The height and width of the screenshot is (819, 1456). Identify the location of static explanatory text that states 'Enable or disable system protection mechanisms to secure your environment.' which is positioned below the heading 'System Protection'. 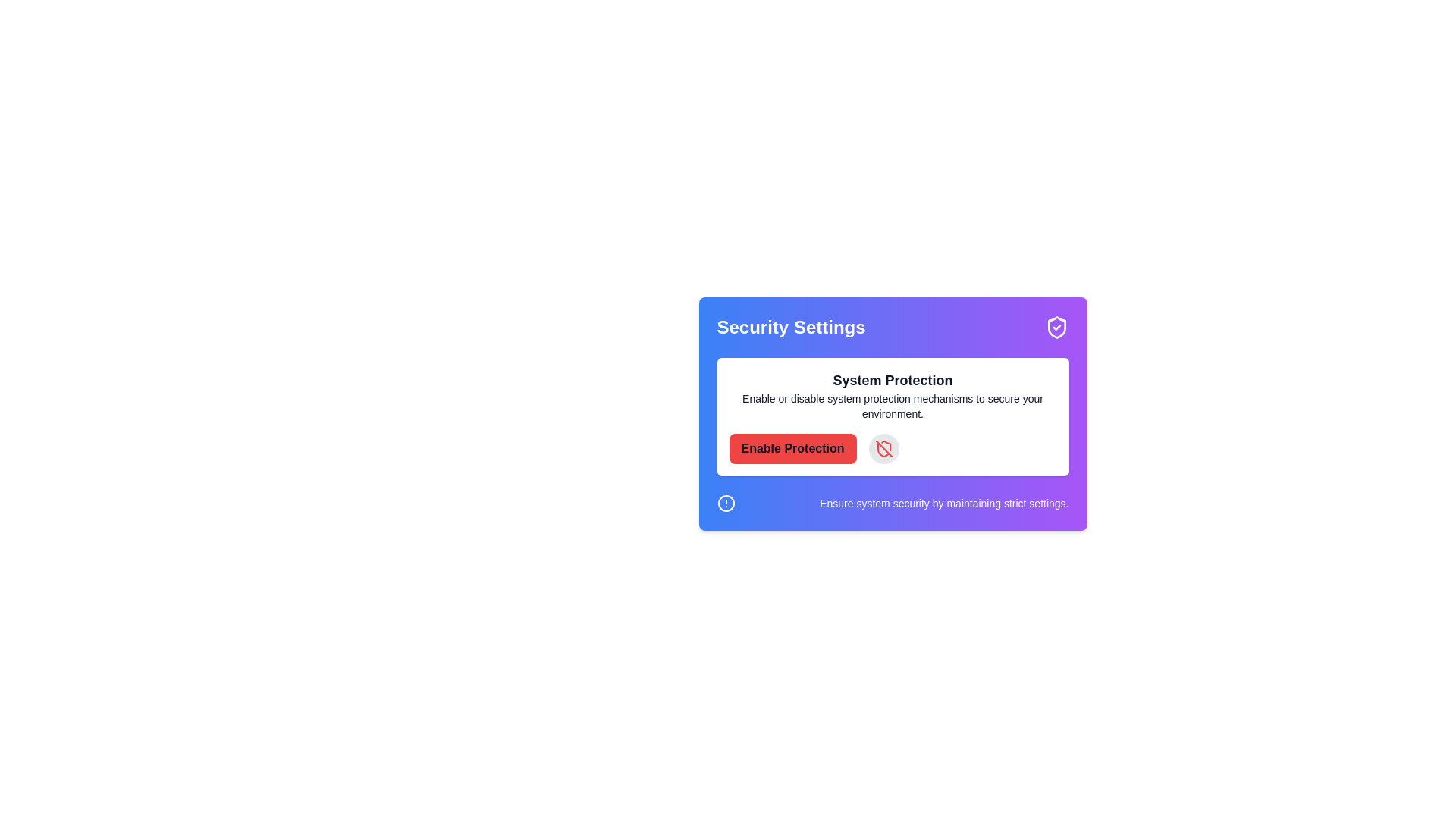
(893, 406).